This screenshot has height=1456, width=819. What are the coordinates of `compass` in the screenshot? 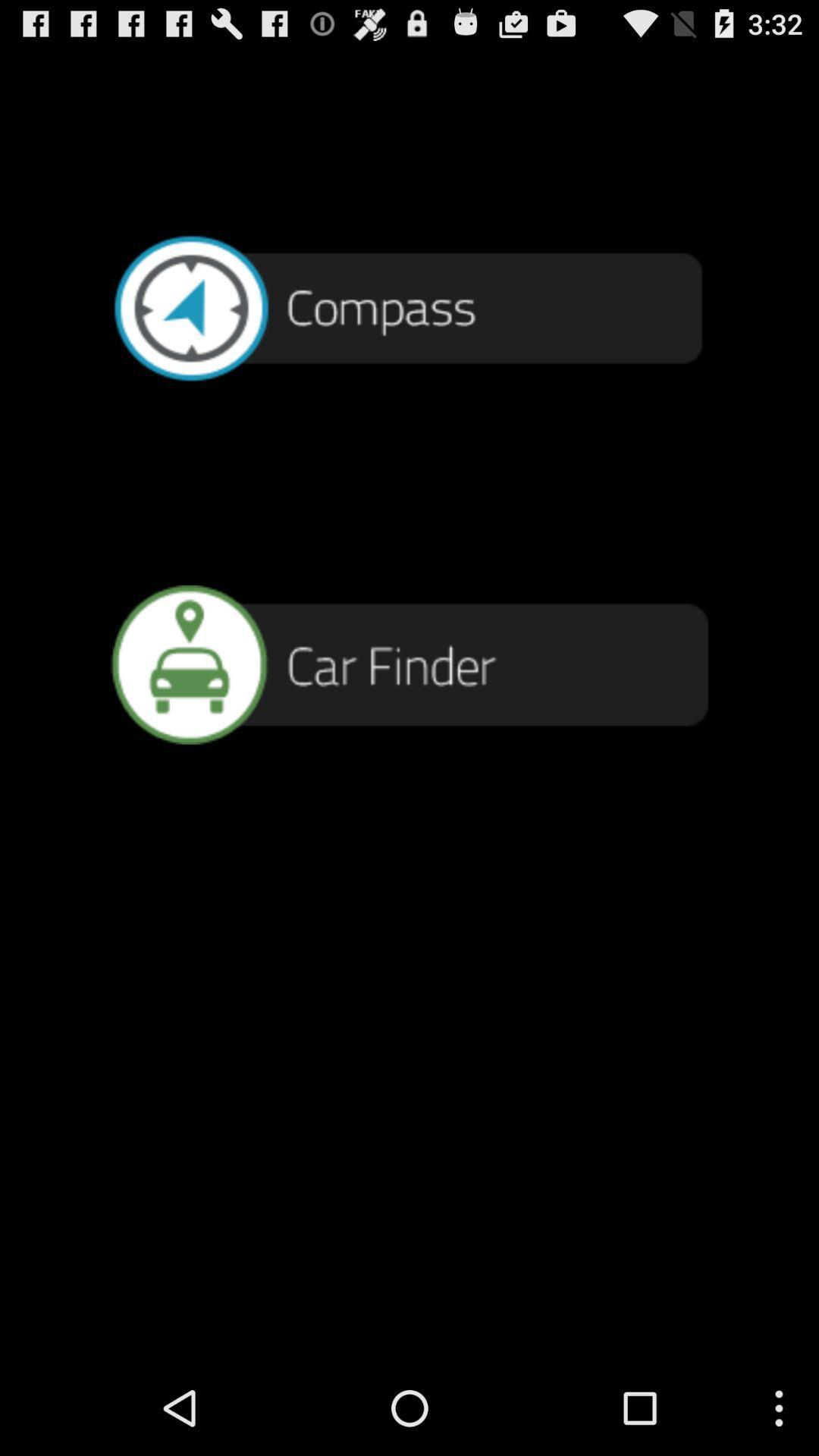 It's located at (409, 306).